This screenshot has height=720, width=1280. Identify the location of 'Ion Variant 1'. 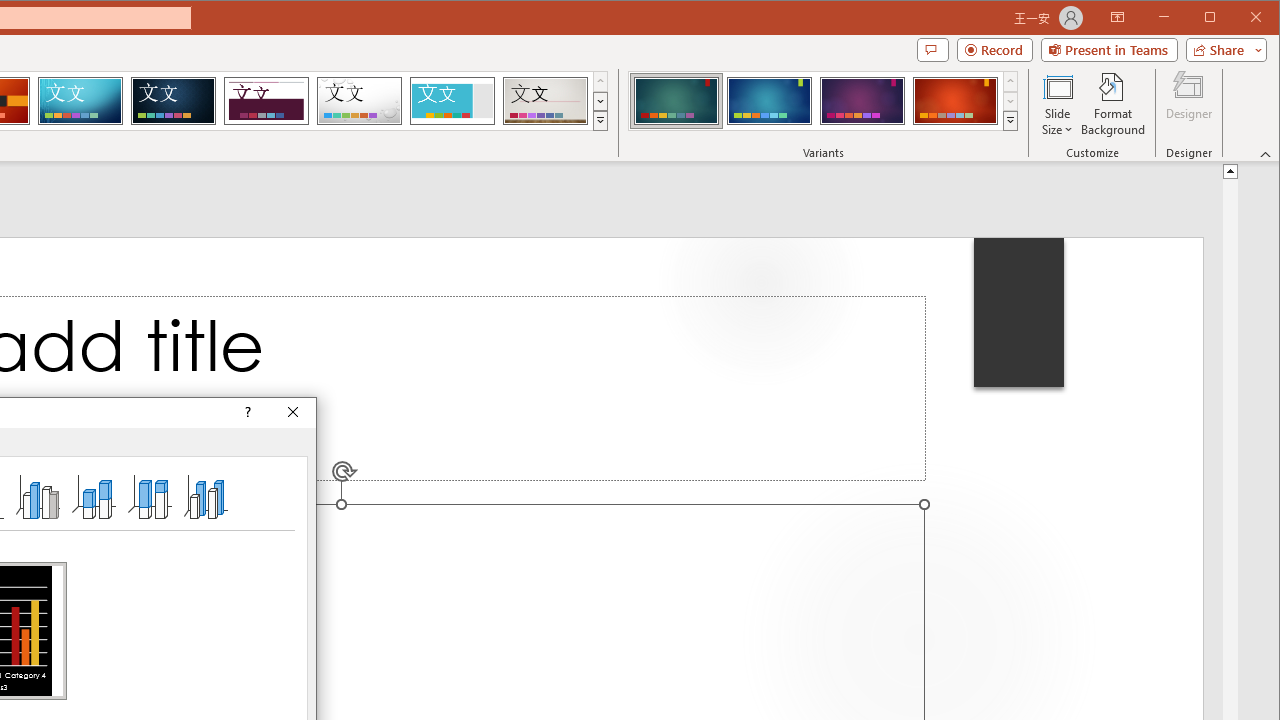
(676, 100).